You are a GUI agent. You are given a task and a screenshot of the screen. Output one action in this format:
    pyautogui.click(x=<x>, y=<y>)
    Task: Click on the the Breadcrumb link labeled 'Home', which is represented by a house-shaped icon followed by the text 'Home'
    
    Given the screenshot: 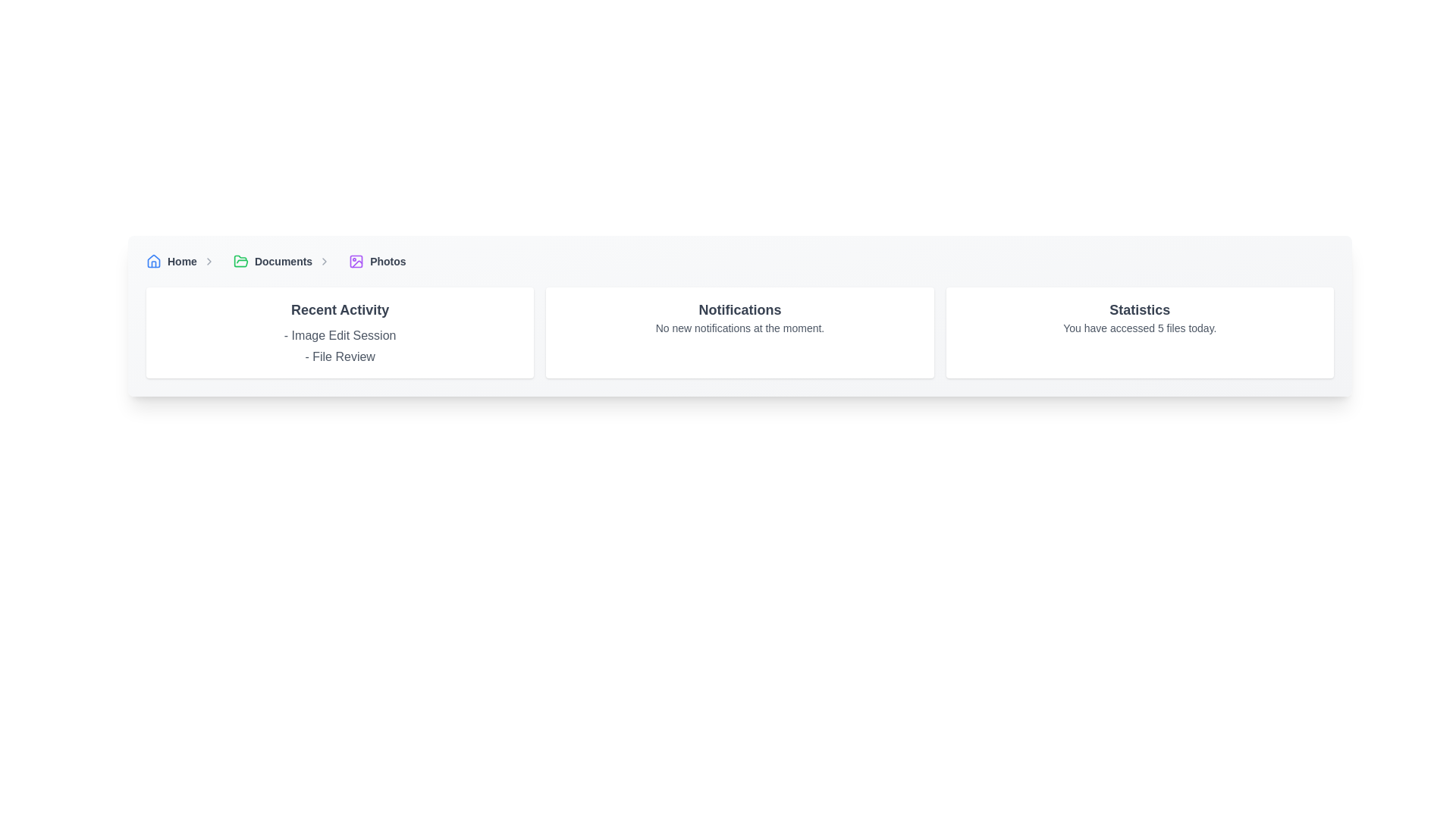 What is the action you would take?
    pyautogui.click(x=171, y=260)
    